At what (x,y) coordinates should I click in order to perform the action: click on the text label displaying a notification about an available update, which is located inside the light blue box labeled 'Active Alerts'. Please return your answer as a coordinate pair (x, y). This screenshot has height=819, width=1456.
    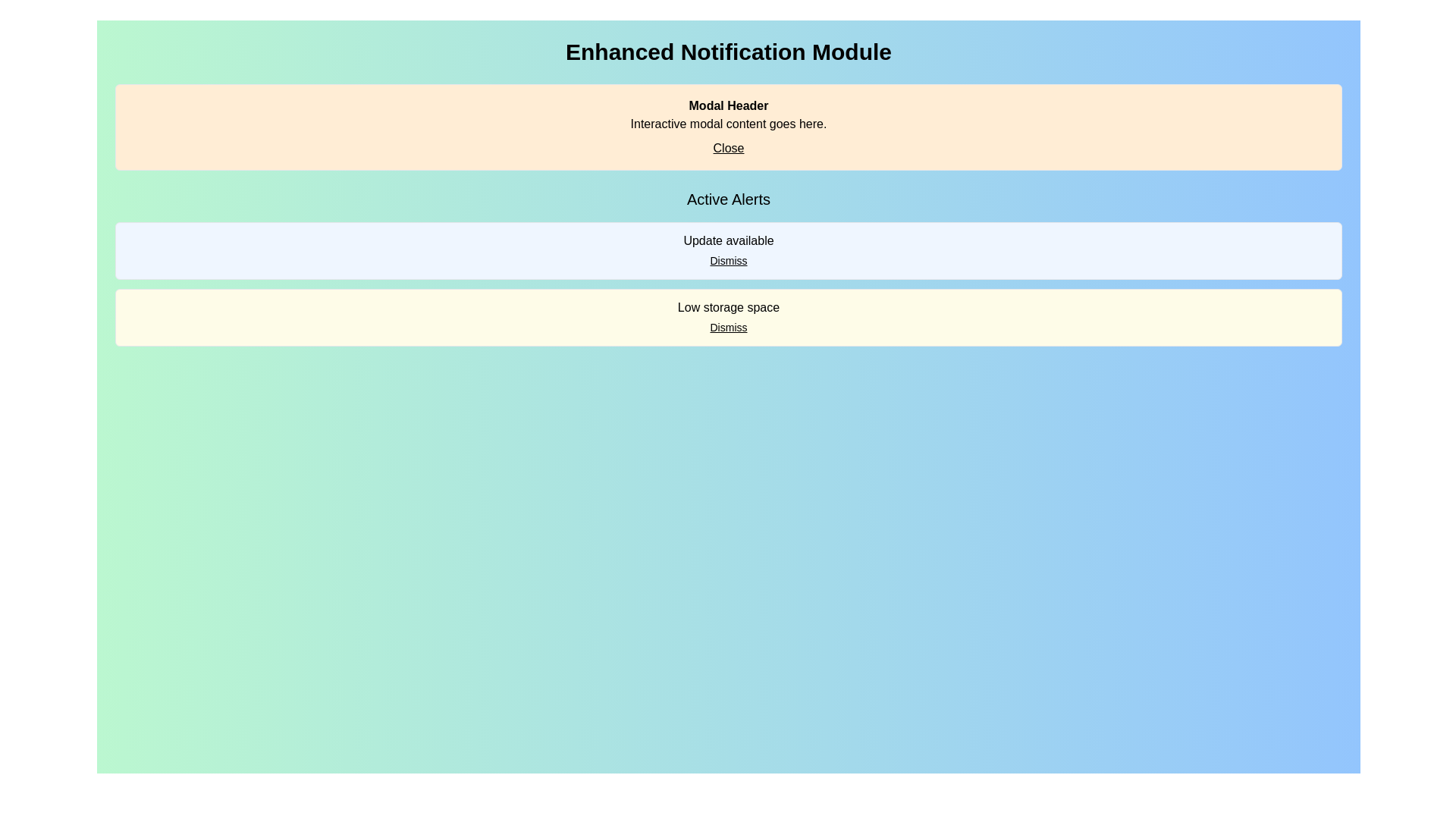
    Looking at the image, I should click on (728, 240).